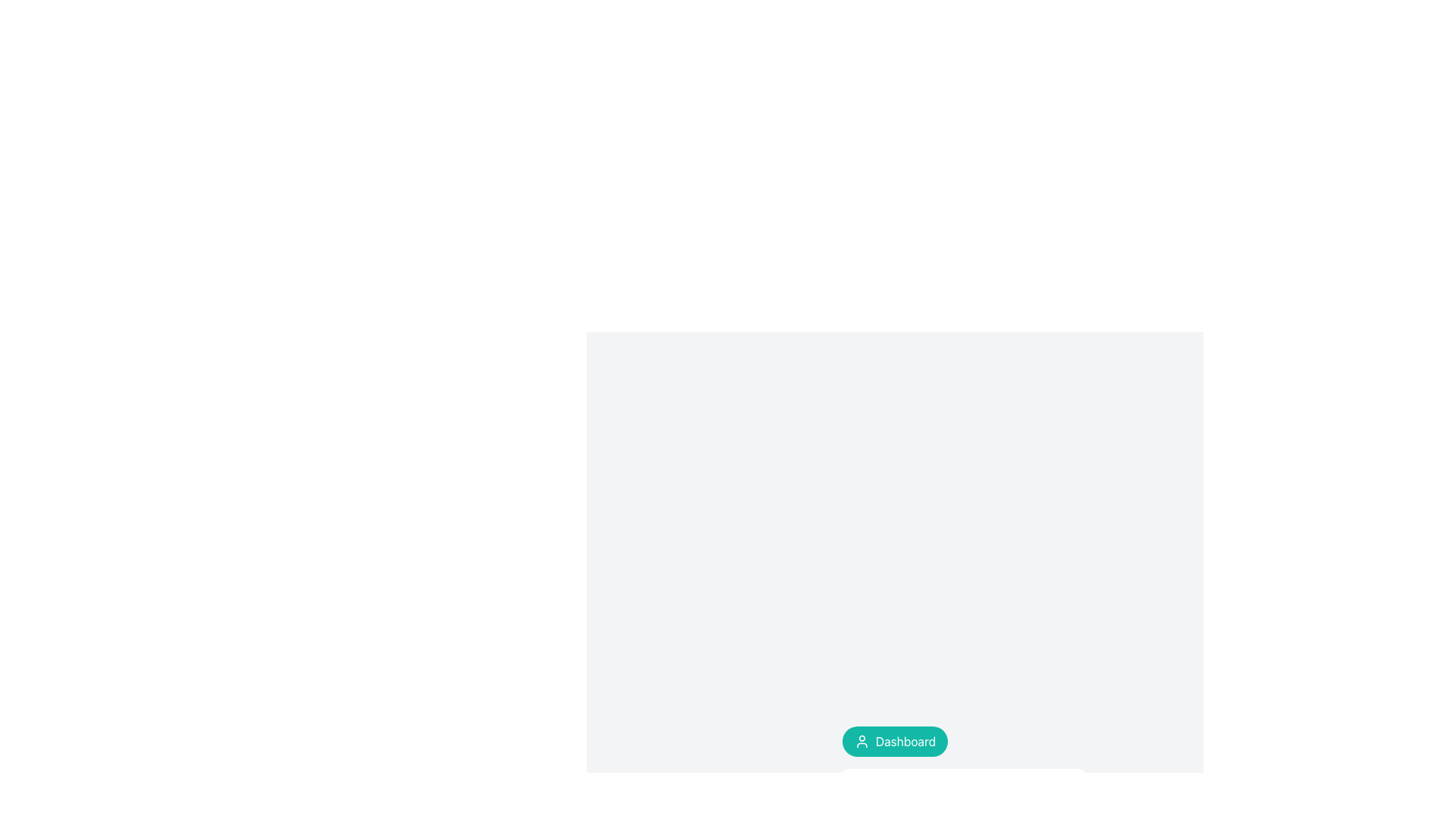  What do you see at coordinates (895, 741) in the screenshot?
I see `the teal 'Dashboard' button with rounded corners and a user silhouette icon` at bounding box center [895, 741].